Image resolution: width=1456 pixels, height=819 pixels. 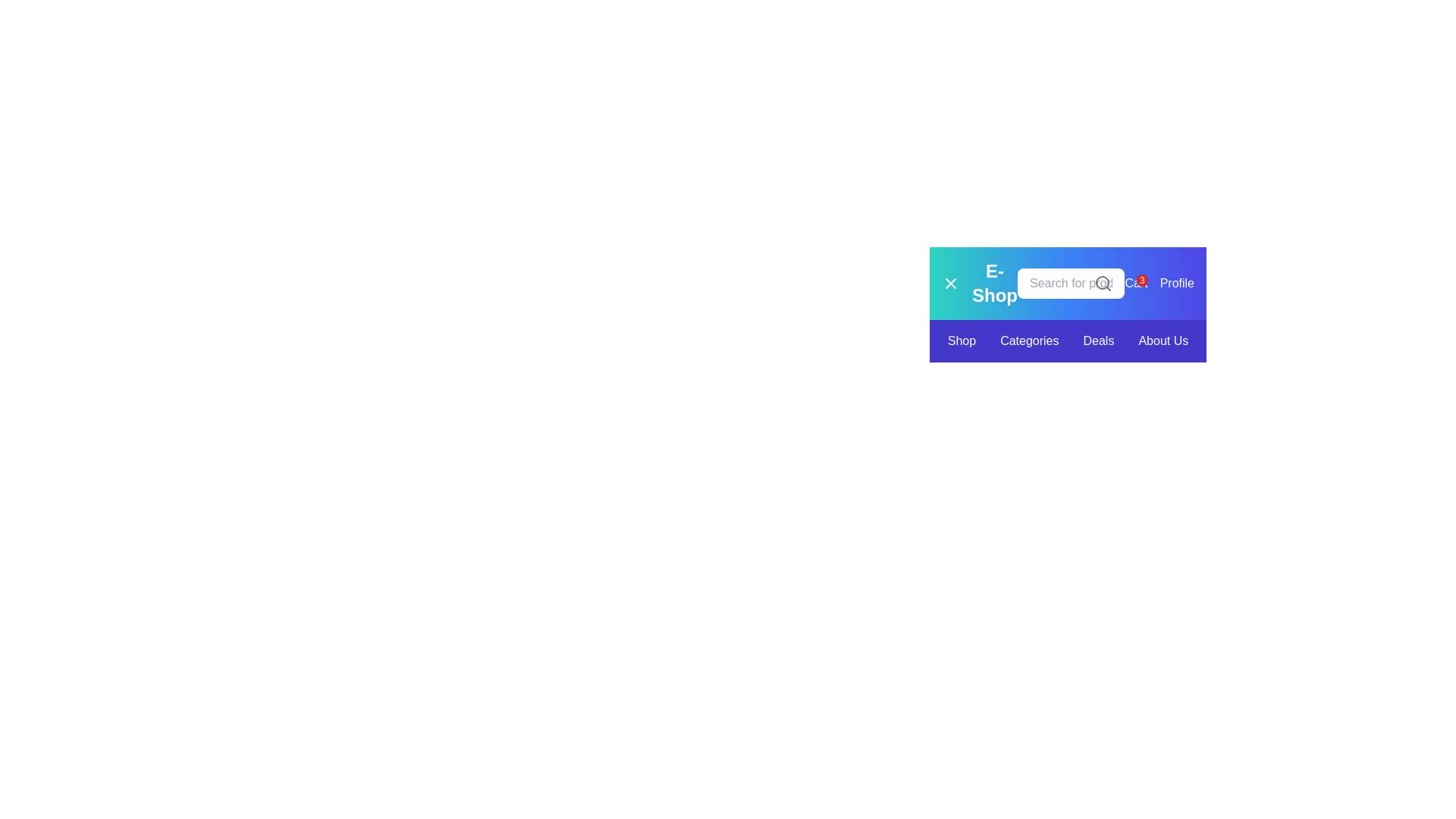 What do you see at coordinates (1159, 284) in the screenshot?
I see `the element located at the far right of the top navigation bar, which combines the functionality for 'Cart' and 'Profile' sections and displays the cart item count` at bounding box center [1159, 284].